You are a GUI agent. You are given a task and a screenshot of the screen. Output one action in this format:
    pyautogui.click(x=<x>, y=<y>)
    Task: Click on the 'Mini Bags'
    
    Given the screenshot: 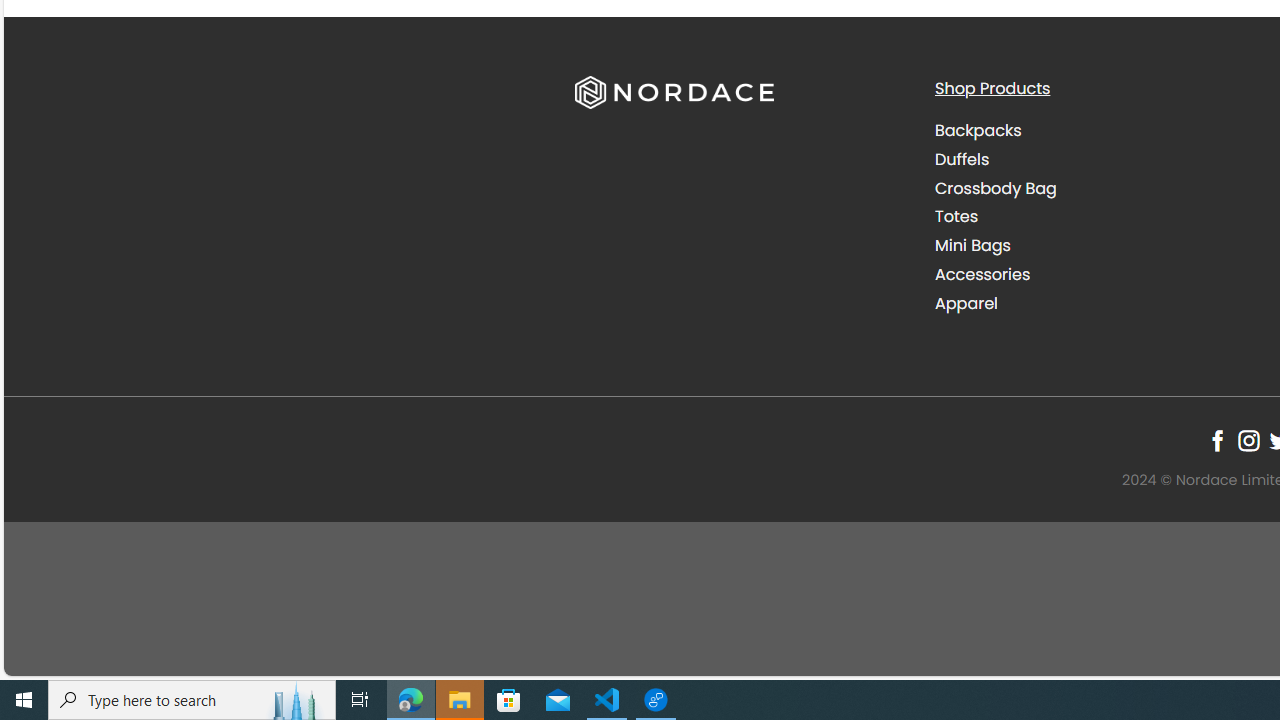 What is the action you would take?
    pyautogui.click(x=972, y=244)
    